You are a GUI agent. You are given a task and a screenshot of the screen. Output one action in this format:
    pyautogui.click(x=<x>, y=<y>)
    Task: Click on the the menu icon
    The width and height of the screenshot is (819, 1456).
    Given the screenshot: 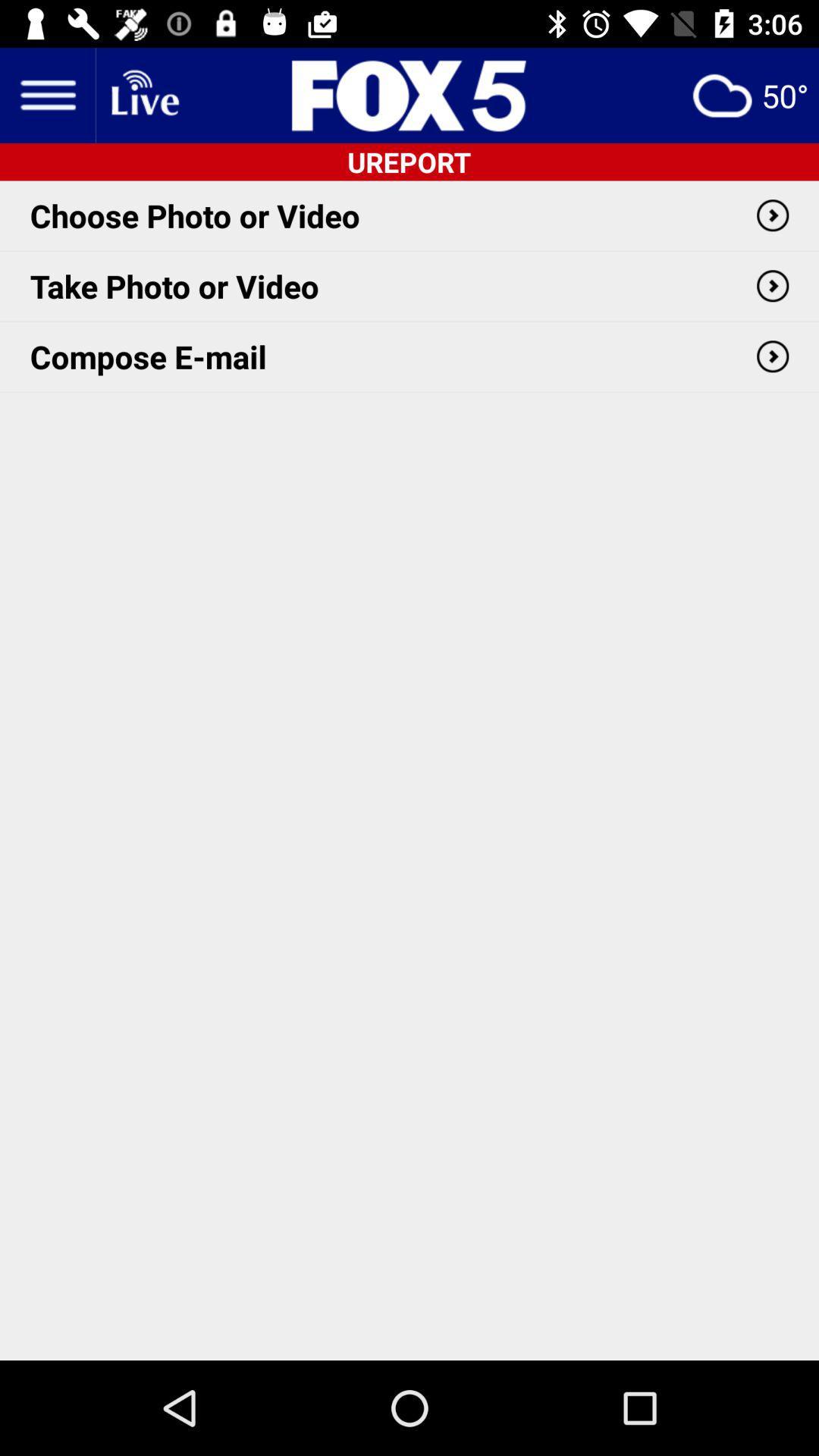 What is the action you would take?
    pyautogui.click(x=46, y=94)
    